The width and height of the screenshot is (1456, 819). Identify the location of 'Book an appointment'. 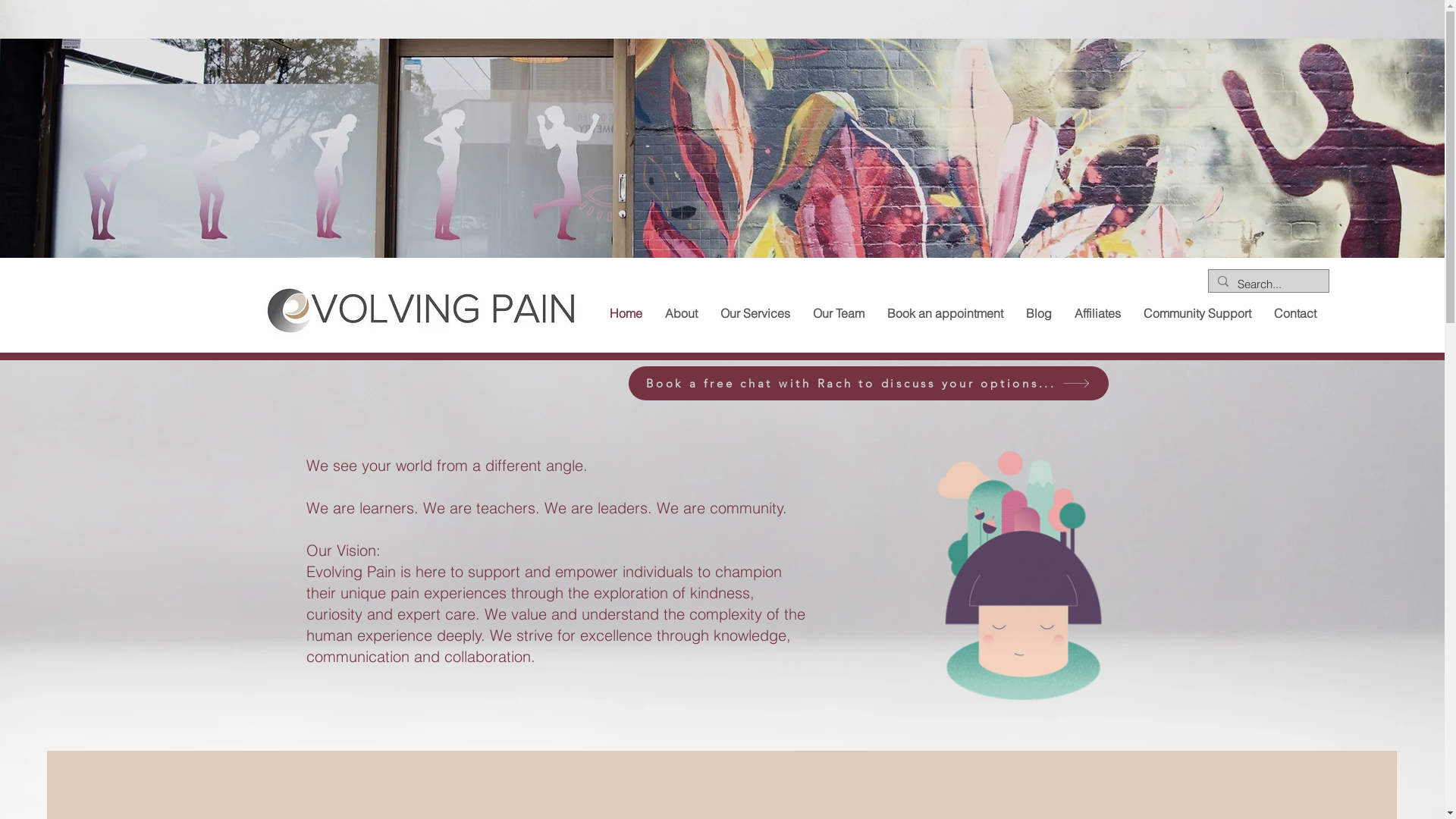
(874, 312).